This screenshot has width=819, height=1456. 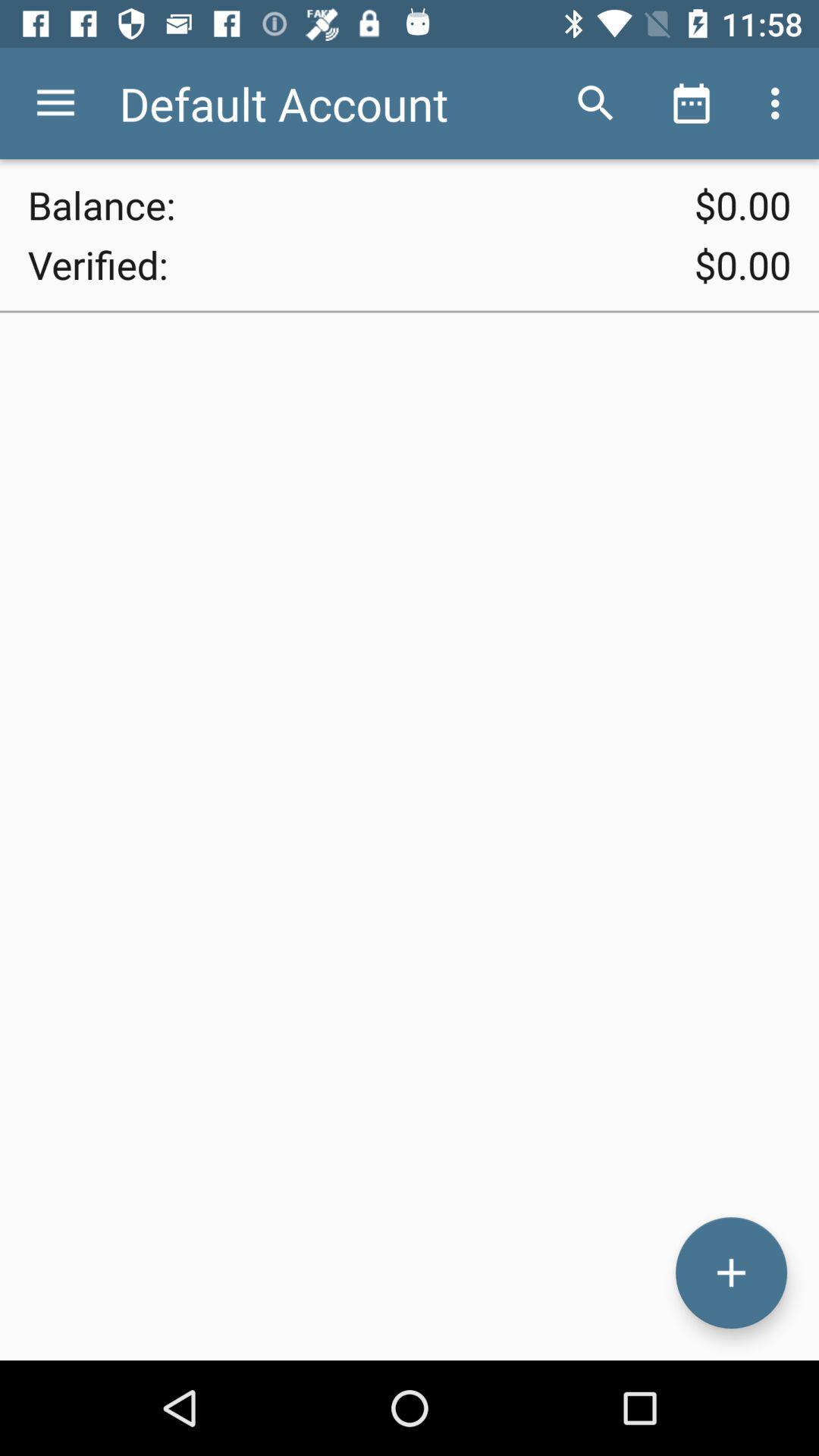 What do you see at coordinates (730, 1272) in the screenshot?
I see `button` at bounding box center [730, 1272].